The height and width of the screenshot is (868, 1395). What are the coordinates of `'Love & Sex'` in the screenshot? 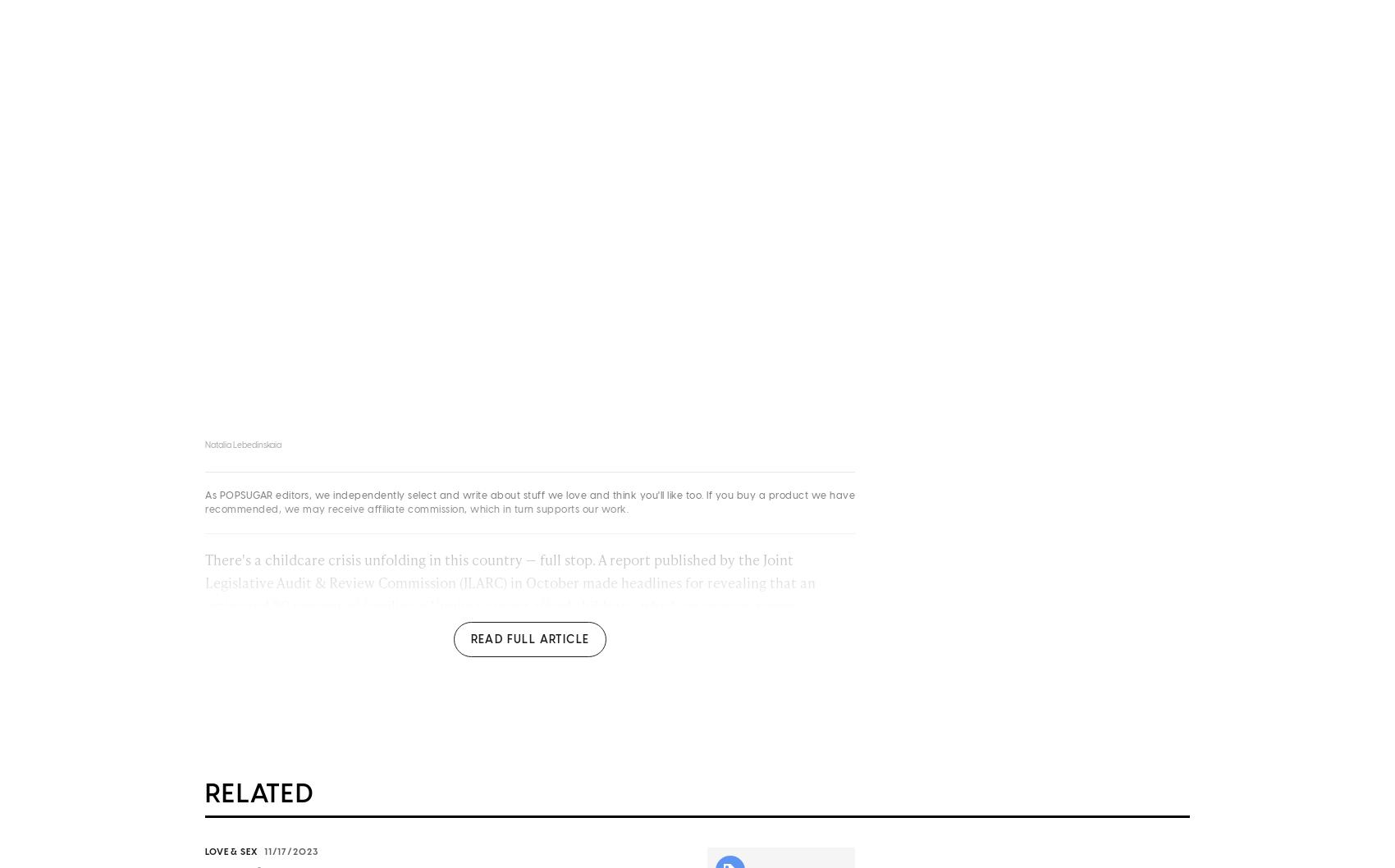 It's located at (231, 855).